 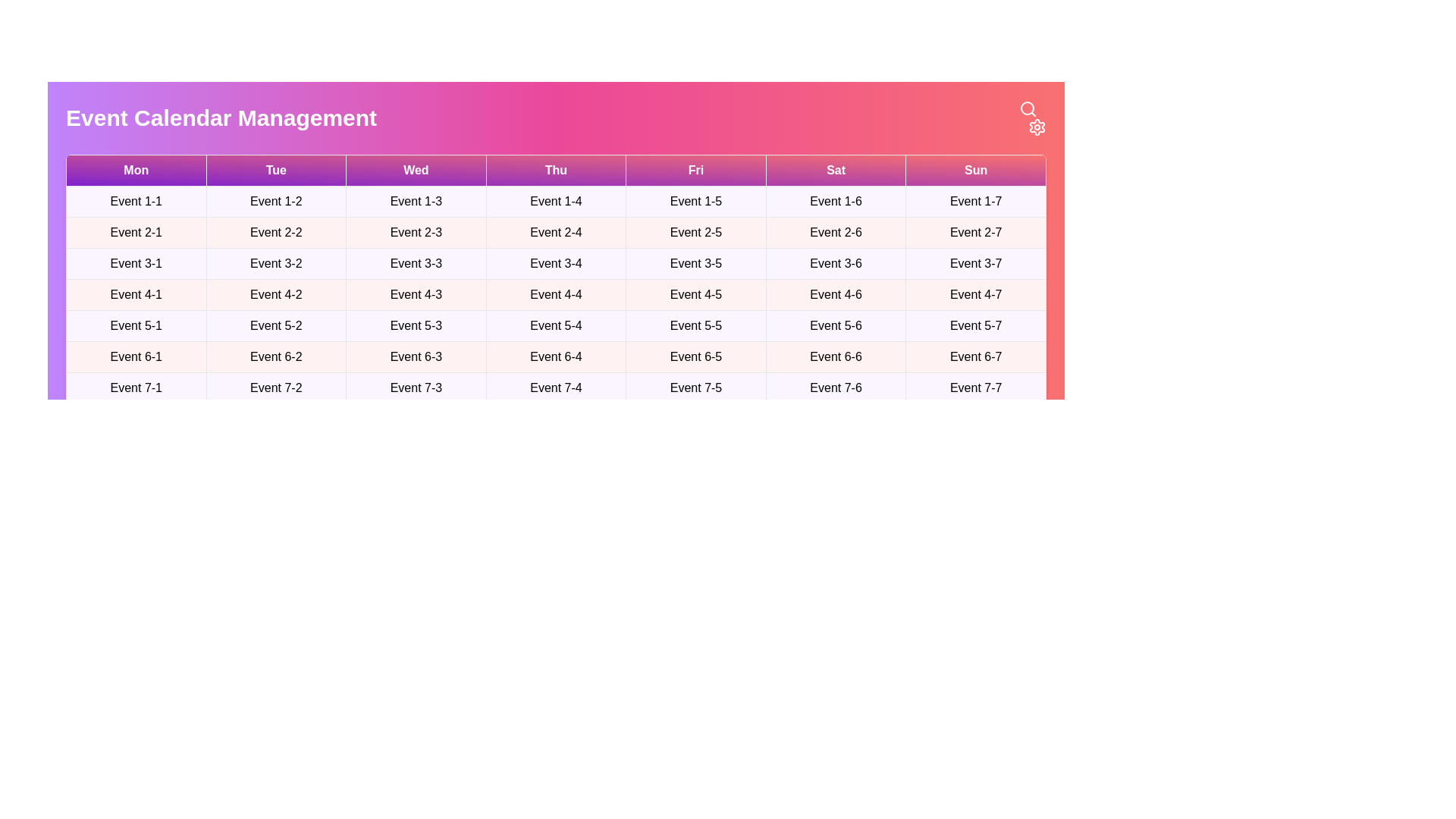 What do you see at coordinates (555, 170) in the screenshot?
I see `the table header corresponding to Thu` at bounding box center [555, 170].